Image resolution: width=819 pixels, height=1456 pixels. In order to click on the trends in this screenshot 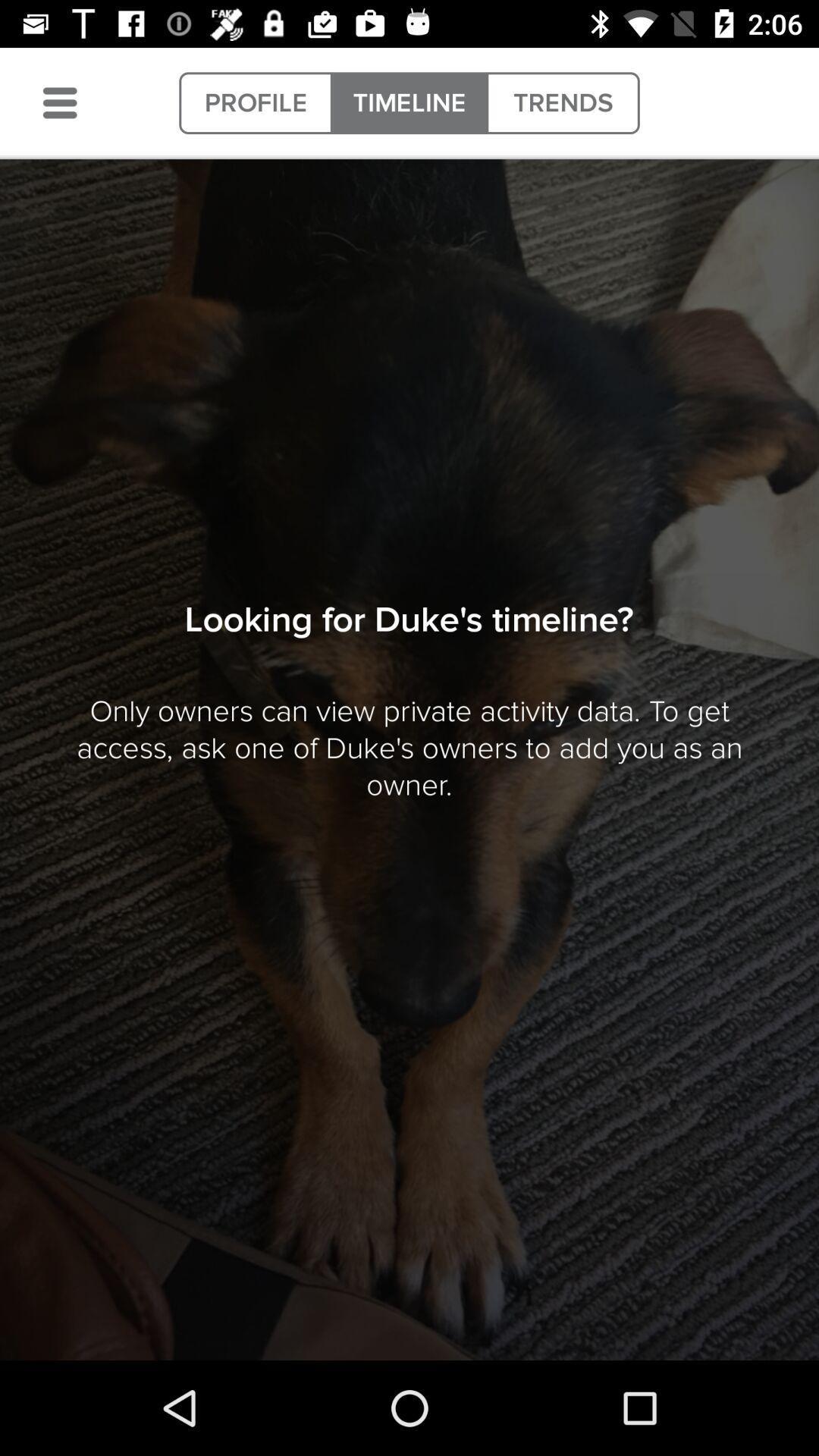, I will do `click(563, 102)`.